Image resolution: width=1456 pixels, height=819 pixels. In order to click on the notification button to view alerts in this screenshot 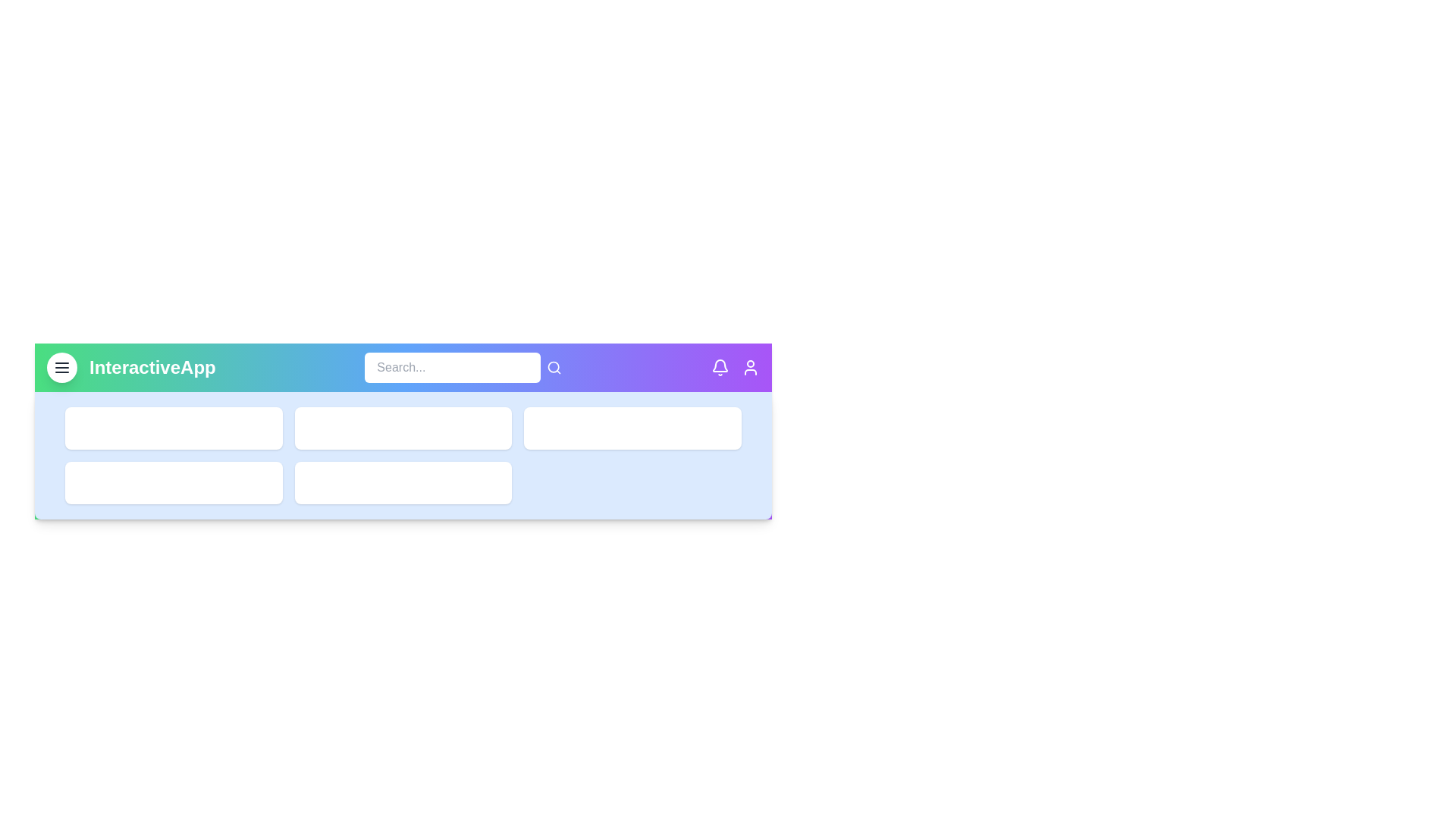, I will do `click(720, 368)`.